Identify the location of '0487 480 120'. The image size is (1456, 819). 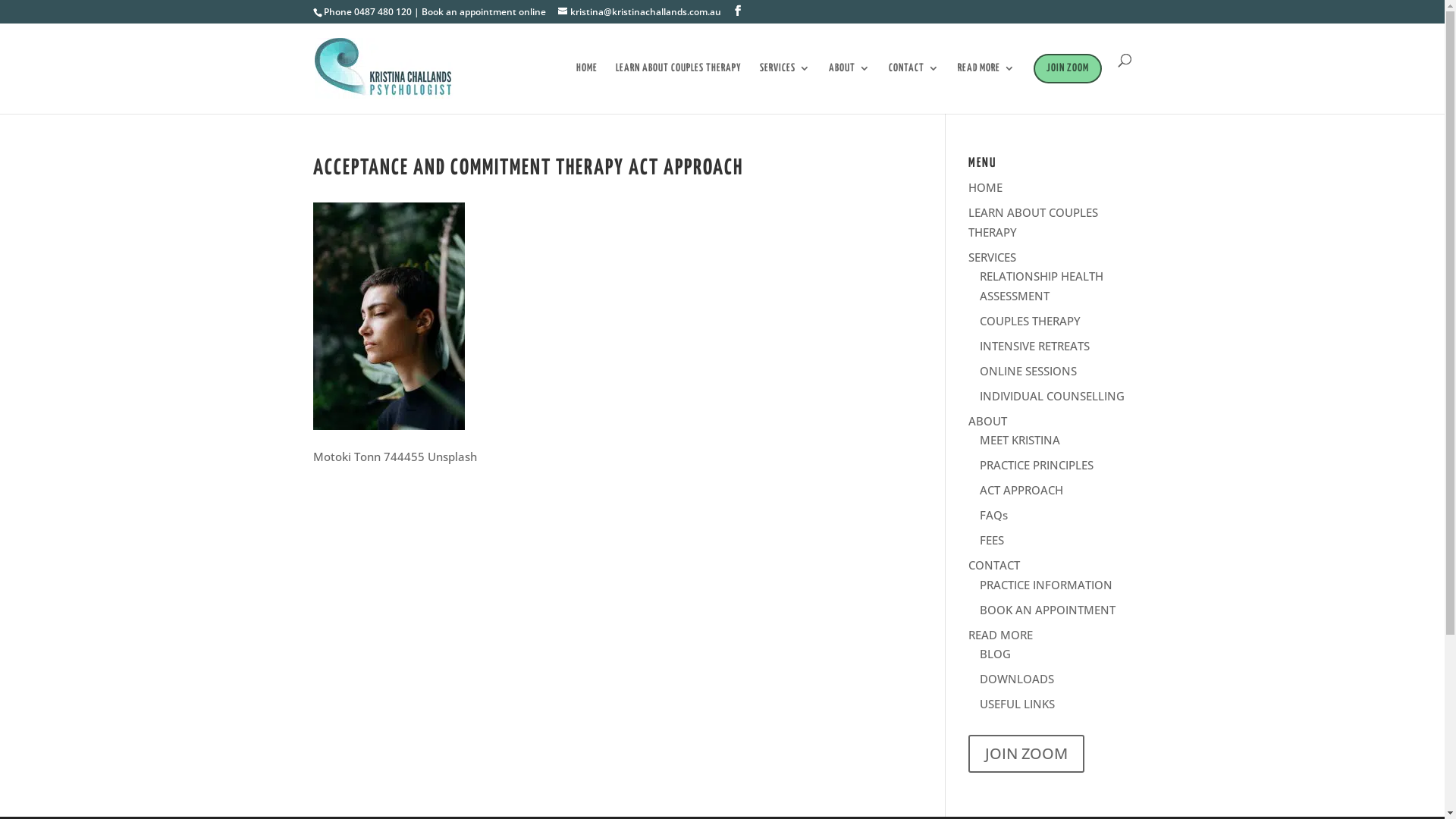
(352, 11).